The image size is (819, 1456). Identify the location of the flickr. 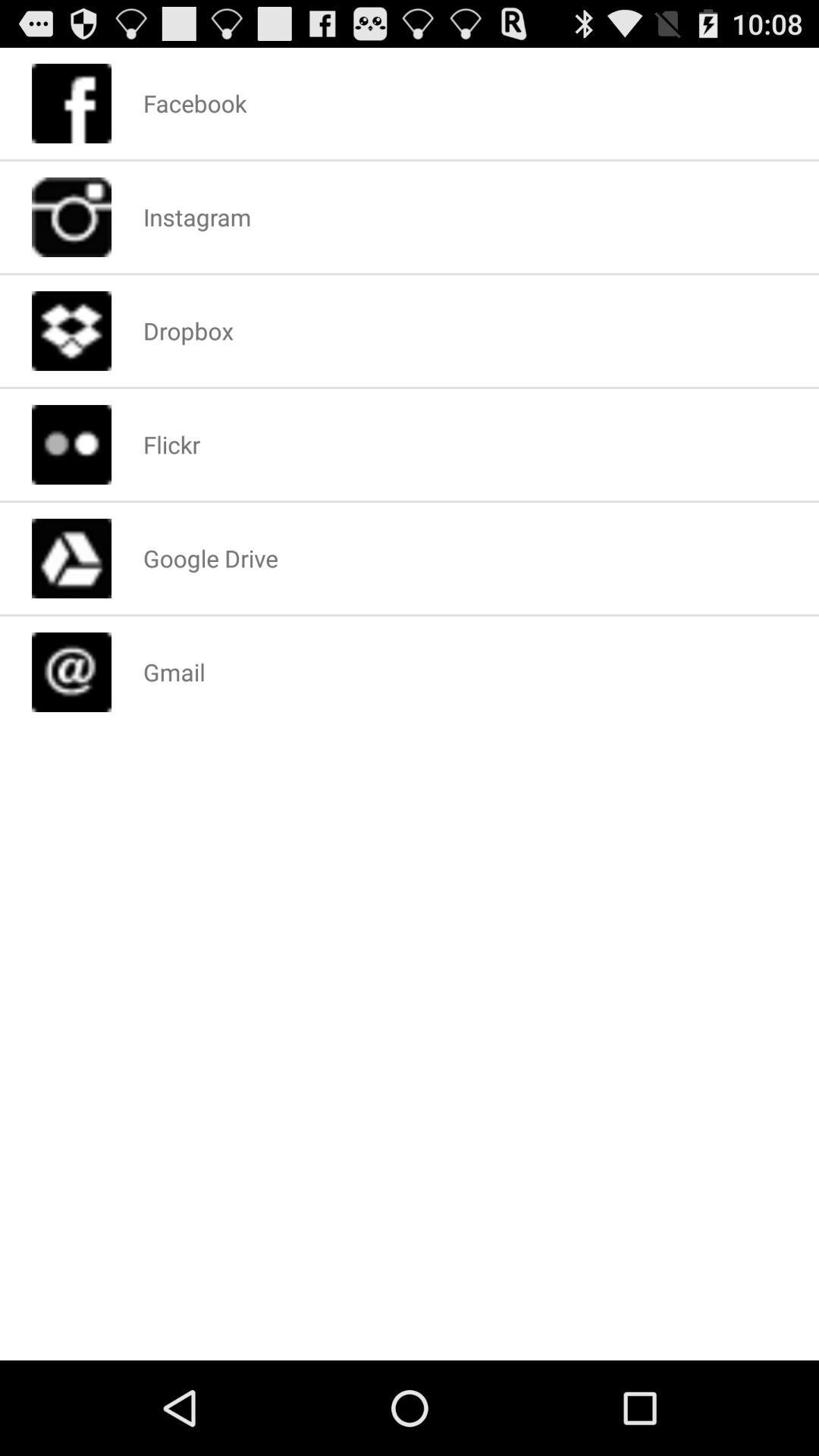
(171, 444).